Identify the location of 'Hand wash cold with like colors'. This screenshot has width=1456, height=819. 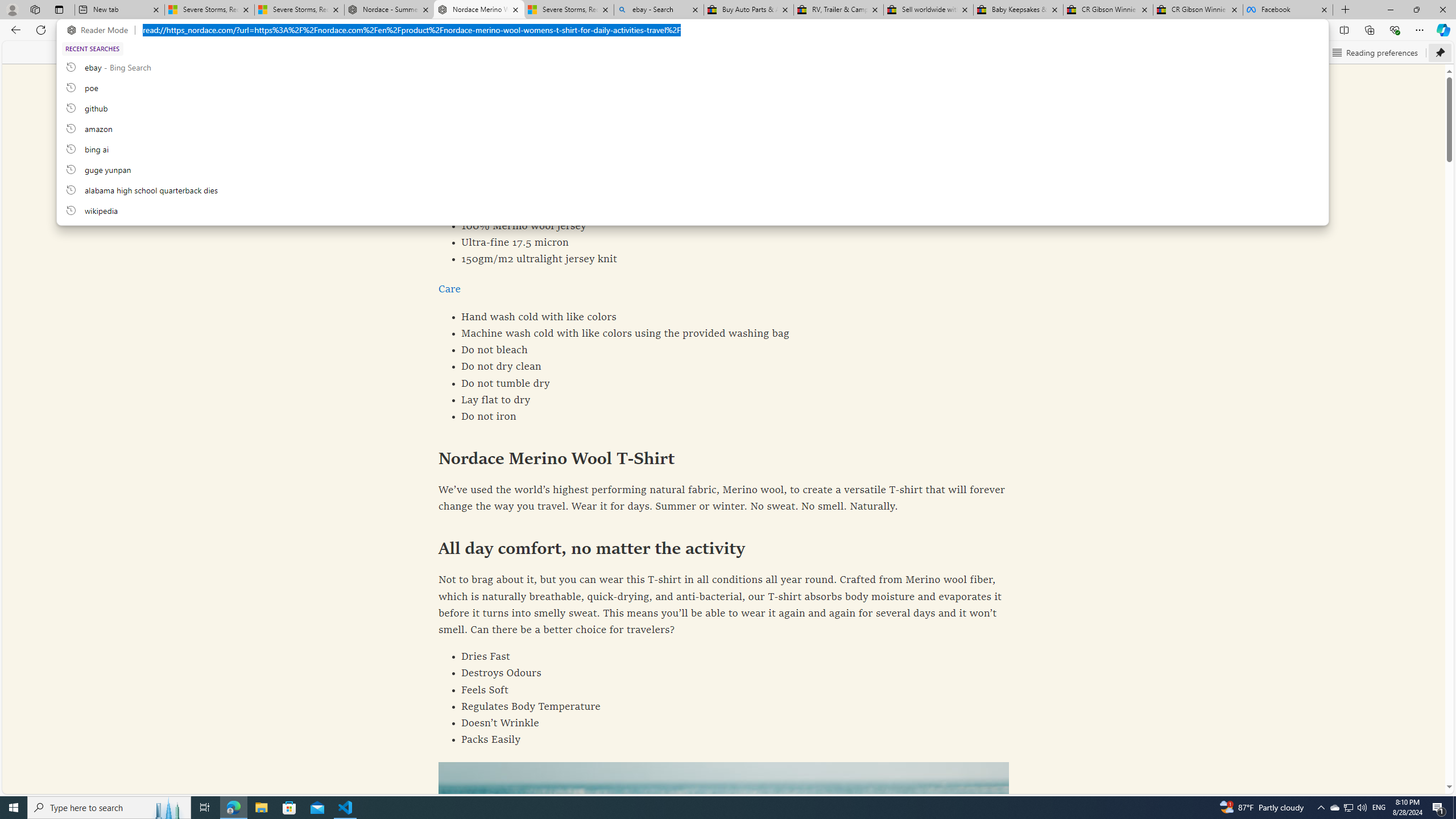
(723, 317).